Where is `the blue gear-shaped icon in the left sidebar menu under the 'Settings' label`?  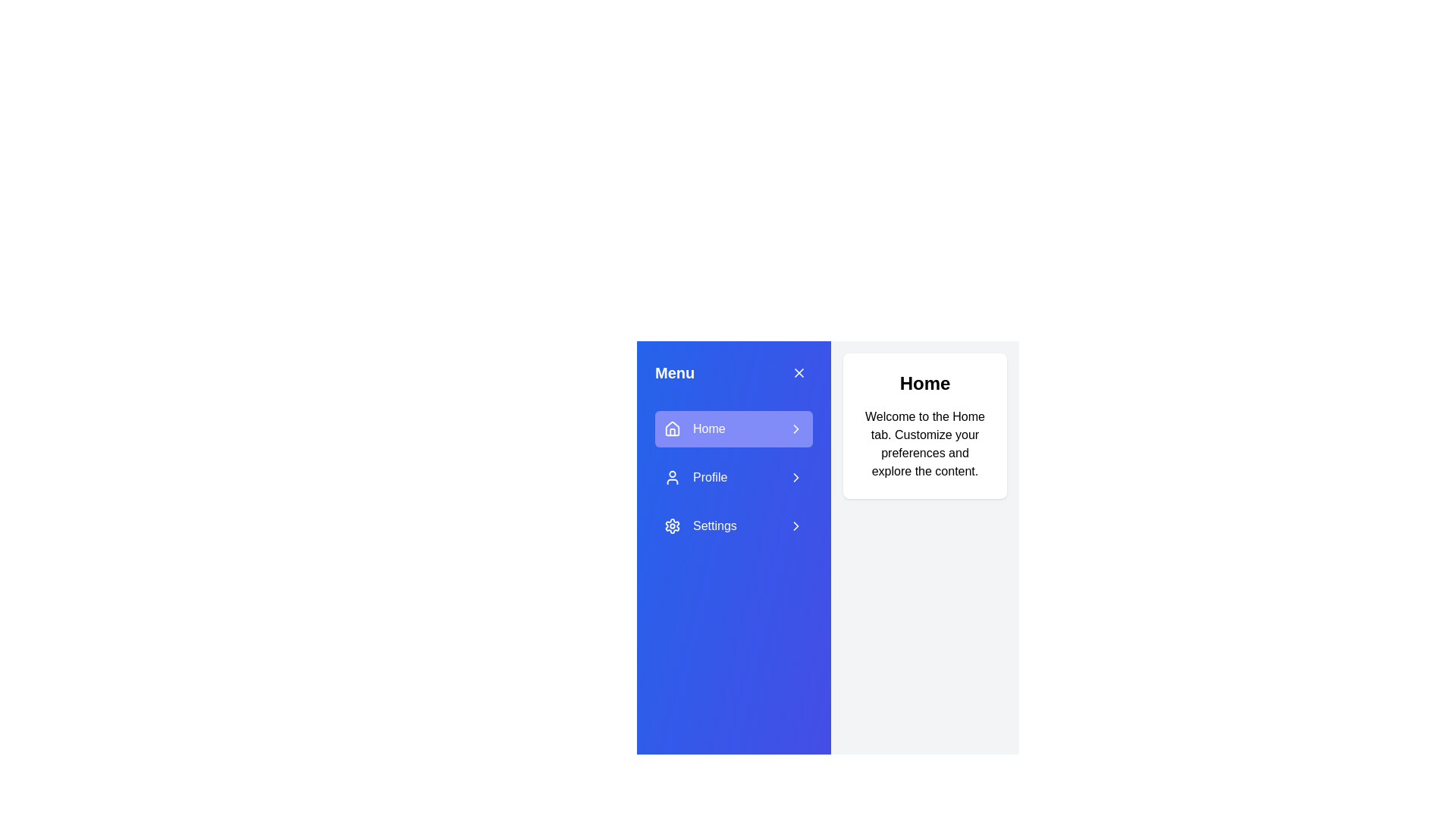 the blue gear-shaped icon in the left sidebar menu under the 'Settings' label is located at coordinates (672, 526).